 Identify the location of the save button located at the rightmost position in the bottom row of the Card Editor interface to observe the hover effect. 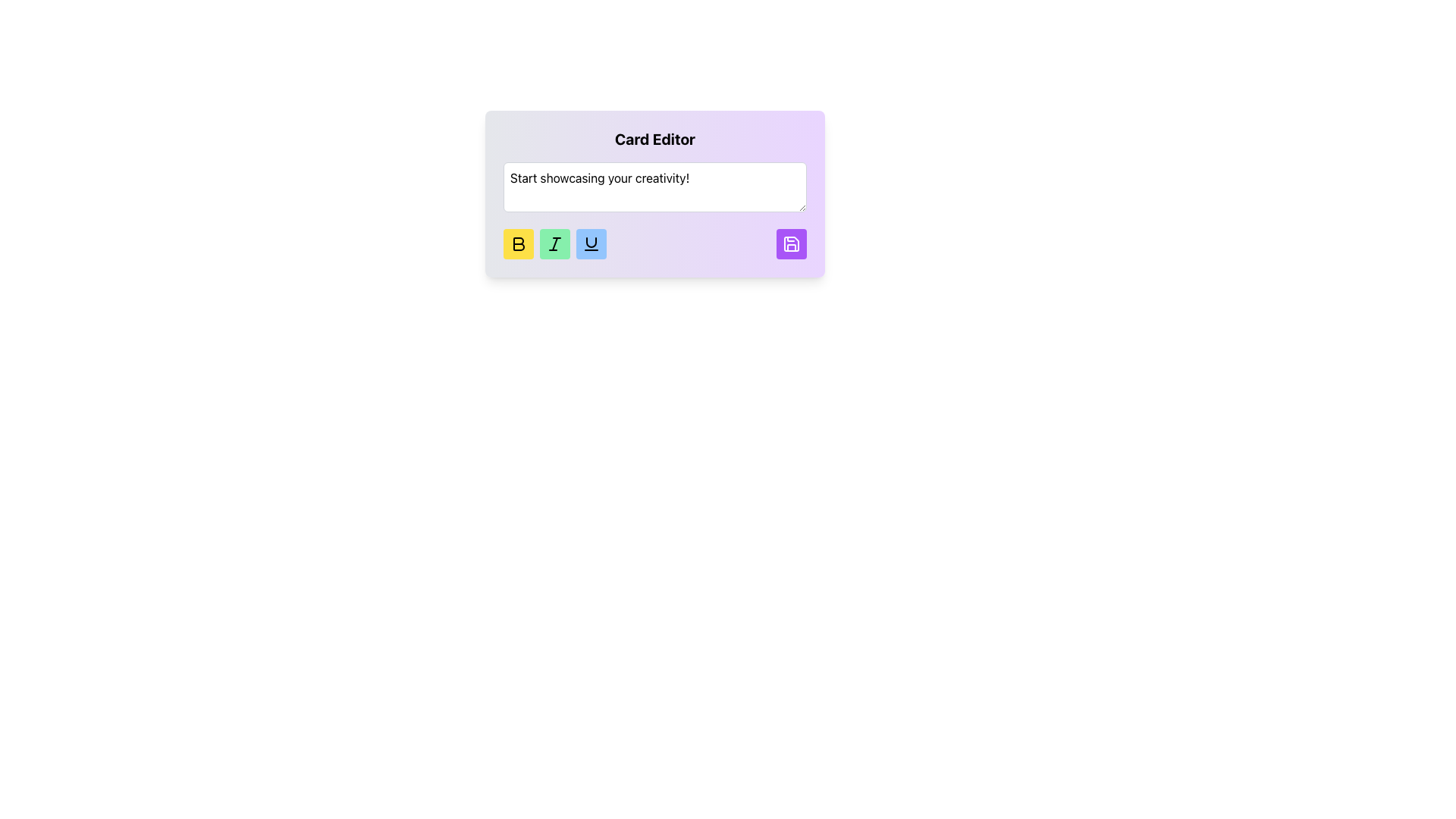
(790, 243).